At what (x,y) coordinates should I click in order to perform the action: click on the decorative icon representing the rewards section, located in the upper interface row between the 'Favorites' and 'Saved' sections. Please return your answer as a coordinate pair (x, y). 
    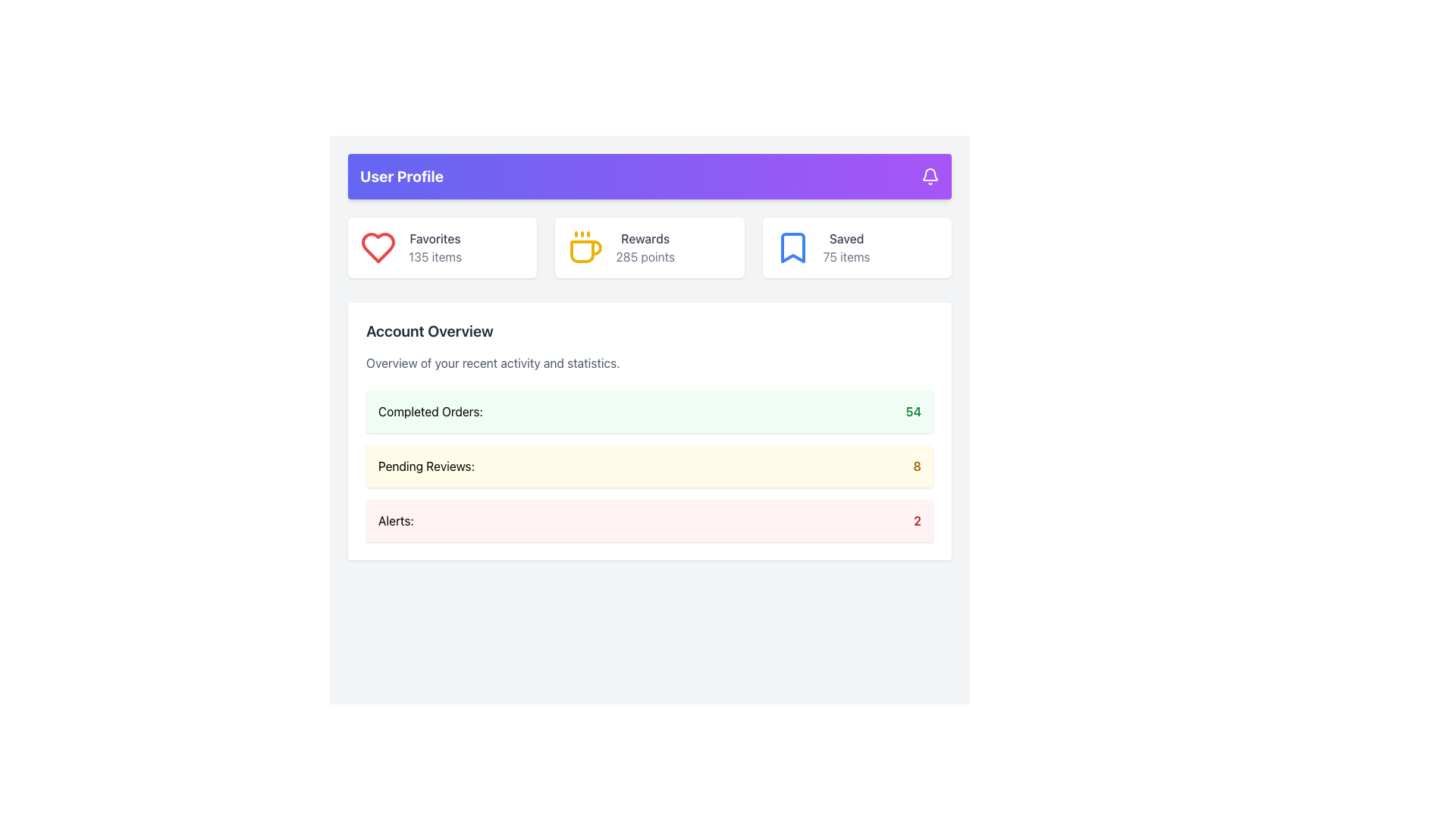
    Looking at the image, I should click on (585, 247).